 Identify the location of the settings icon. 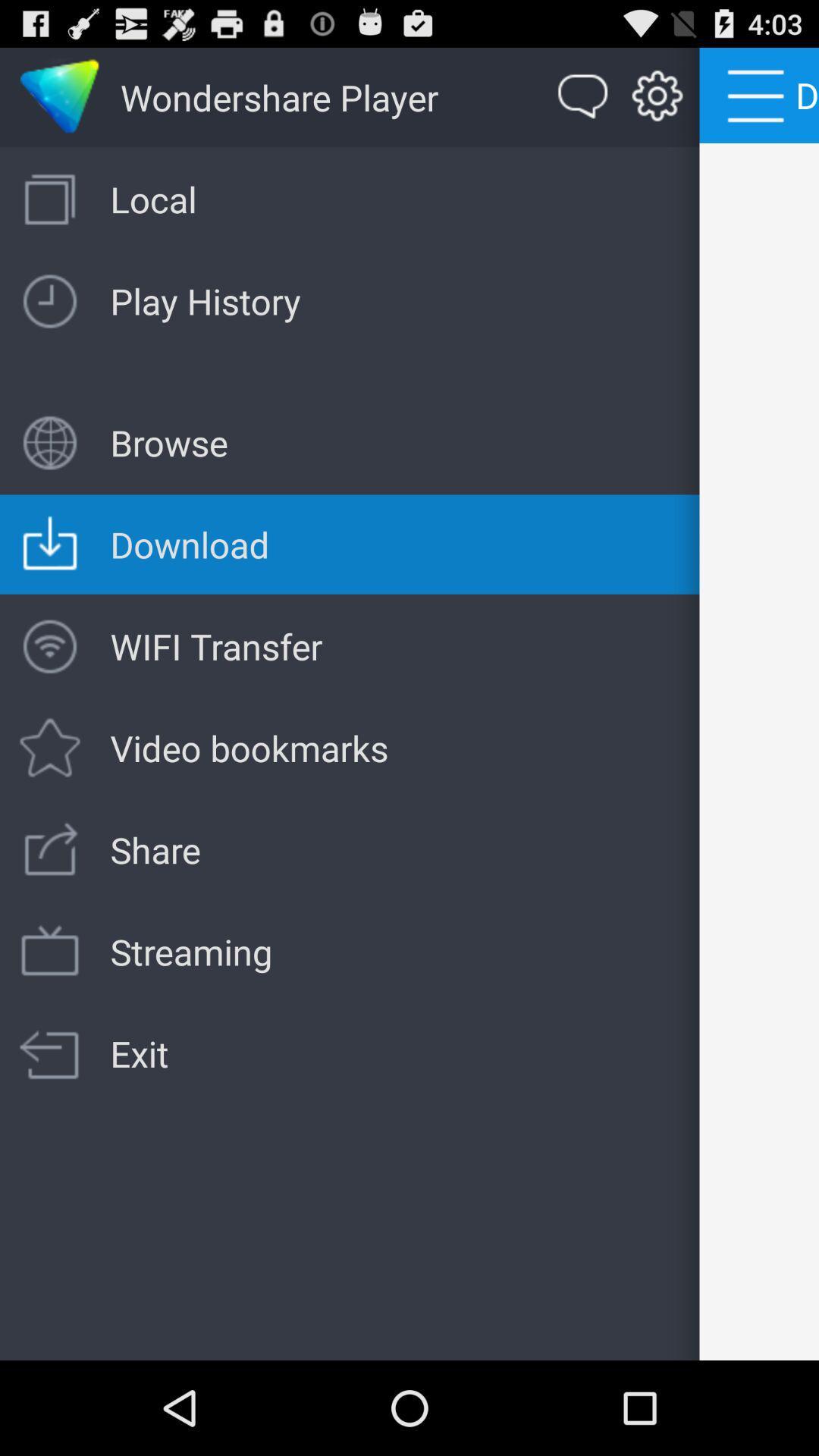
(657, 103).